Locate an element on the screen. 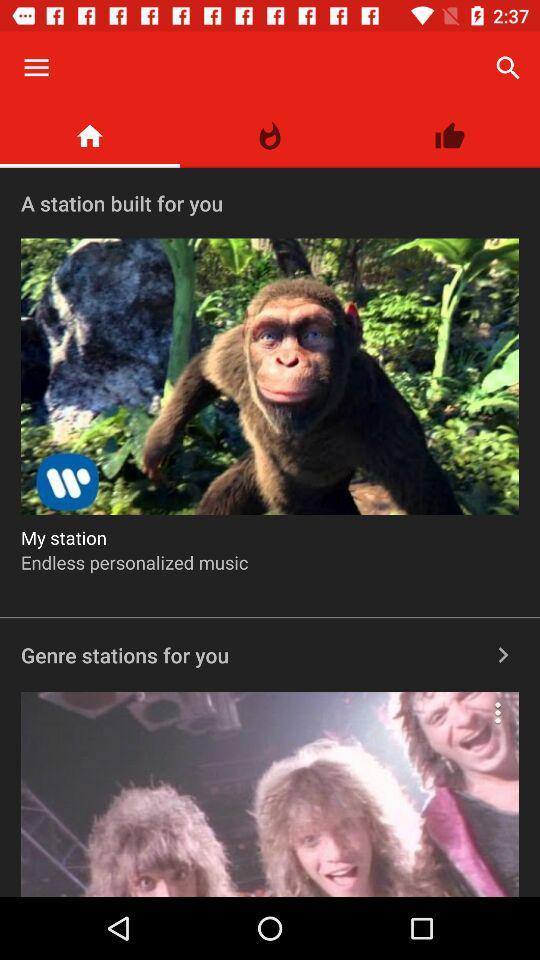  the item above the a station built icon is located at coordinates (270, 135).